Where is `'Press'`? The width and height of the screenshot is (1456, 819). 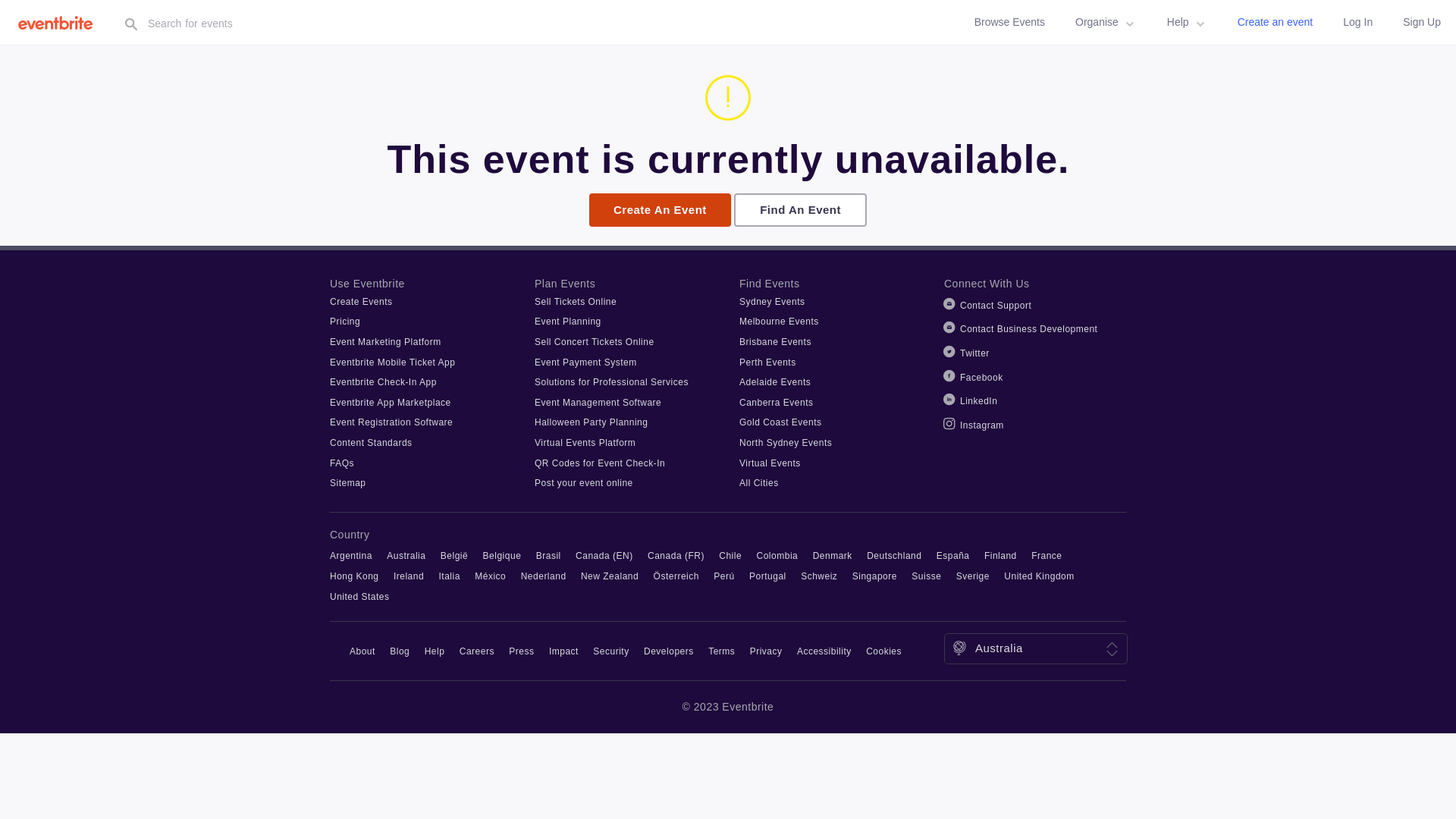
'Press' is located at coordinates (521, 651).